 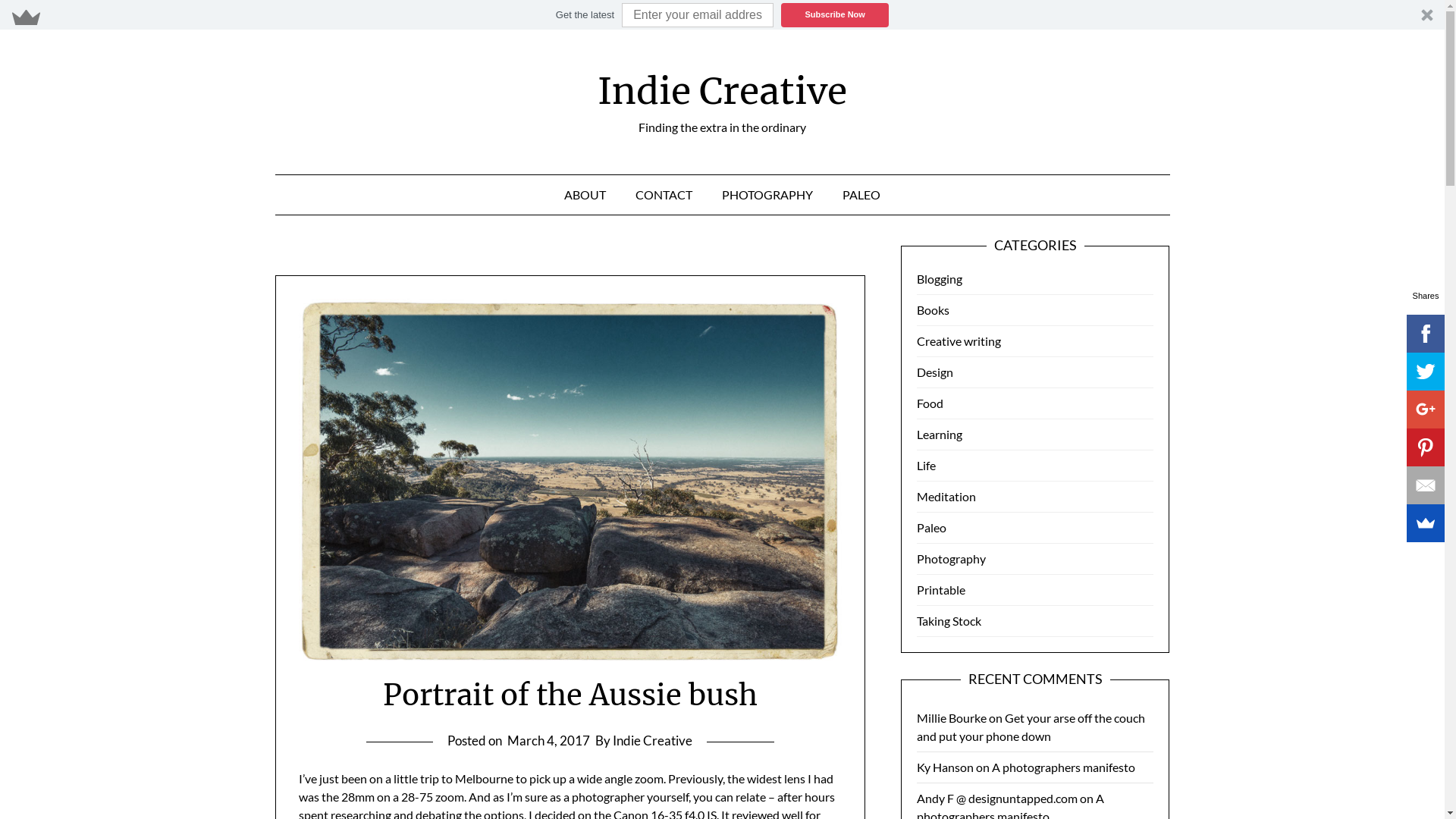 I want to click on 'PHOTOGRAPHY', so click(x=767, y=194).